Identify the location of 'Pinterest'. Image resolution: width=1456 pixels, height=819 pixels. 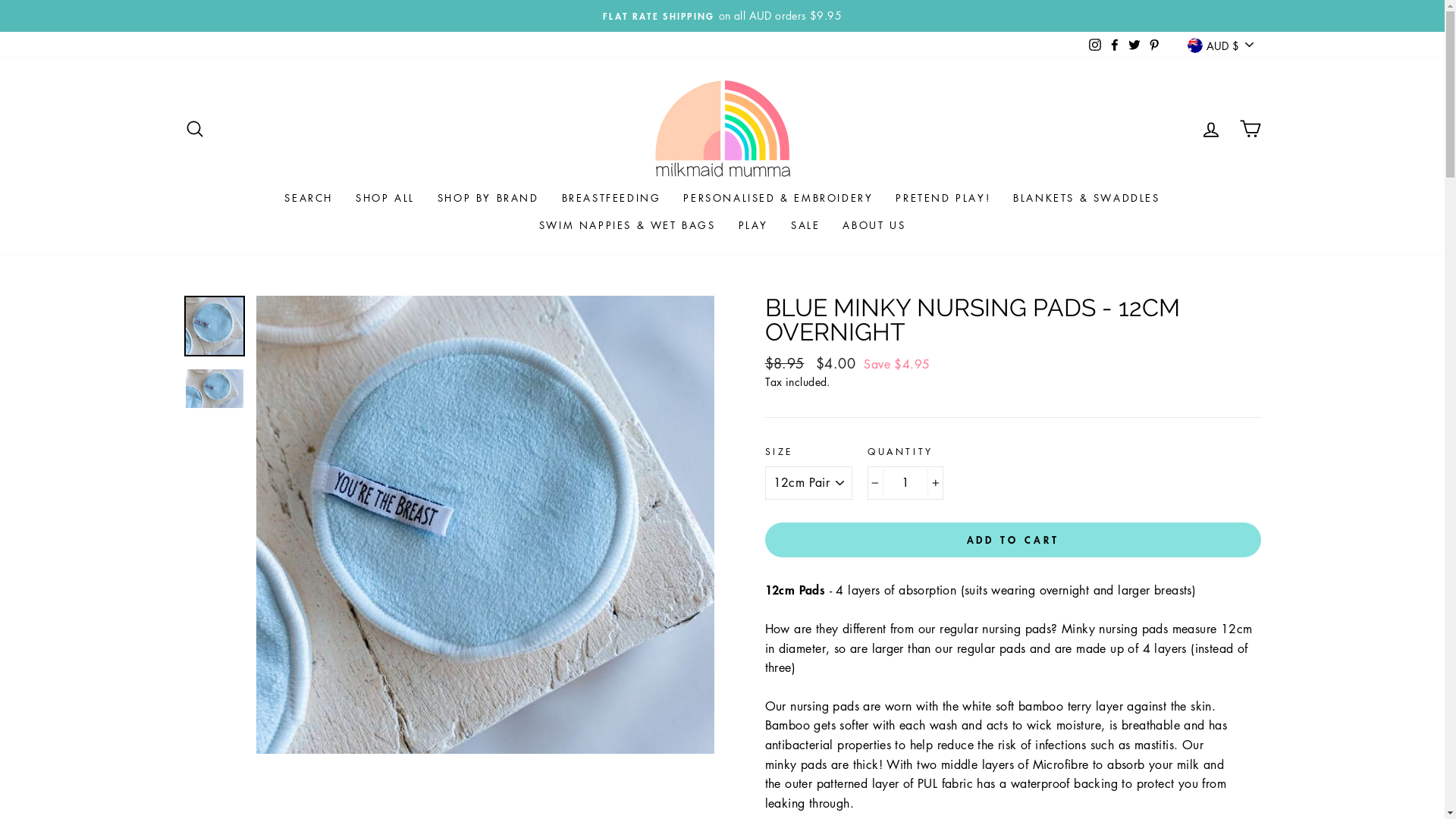
(1153, 43).